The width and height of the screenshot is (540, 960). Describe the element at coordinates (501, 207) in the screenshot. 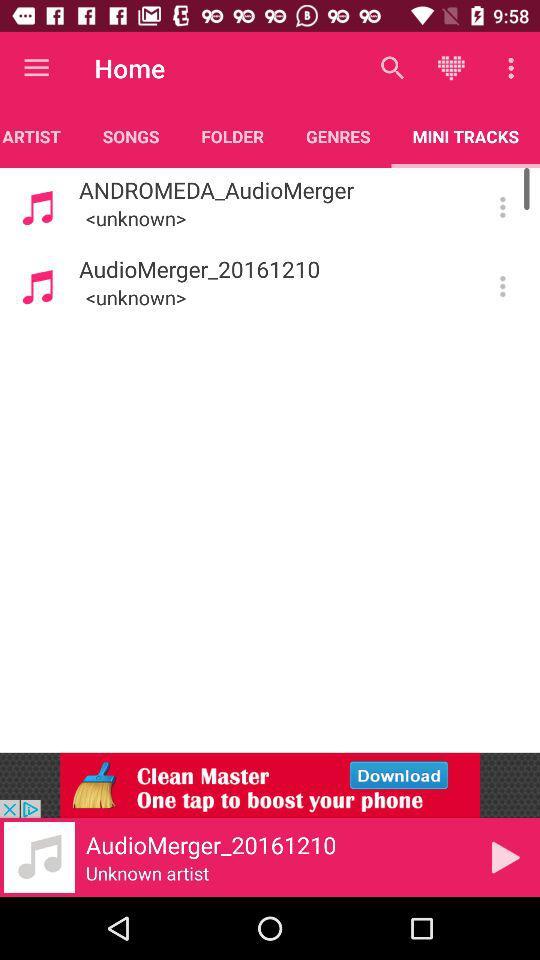

I see `more information and options about this` at that location.